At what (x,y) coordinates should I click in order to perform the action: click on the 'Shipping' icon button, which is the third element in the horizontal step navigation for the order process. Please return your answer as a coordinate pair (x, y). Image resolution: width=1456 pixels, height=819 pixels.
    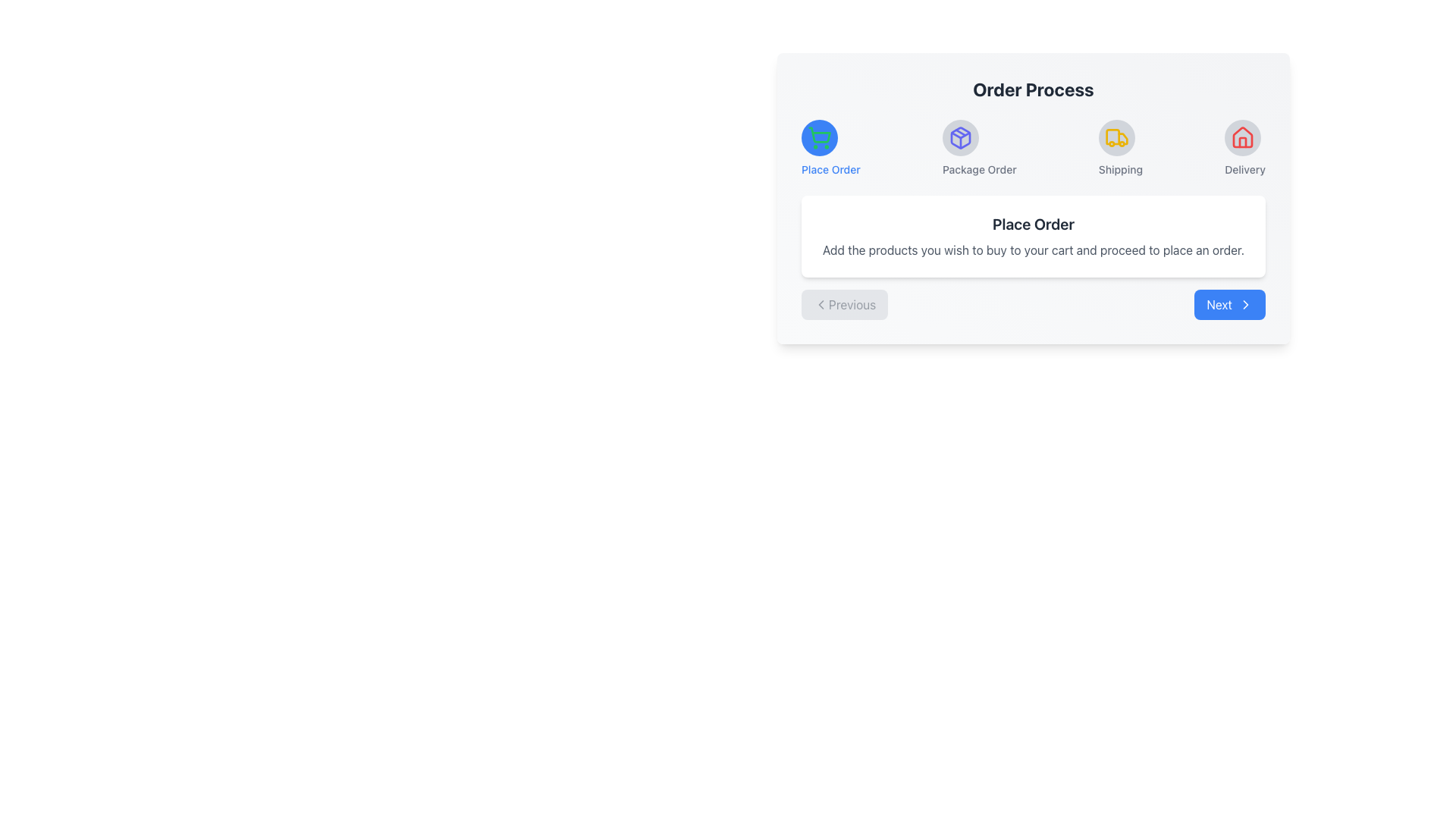
    Looking at the image, I should click on (1116, 137).